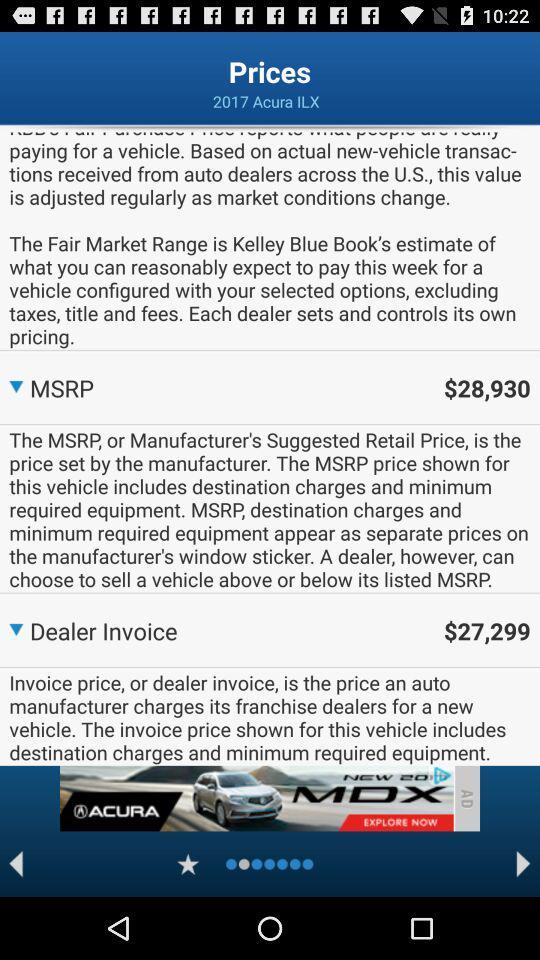 This screenshot has height=960, width=540. What do you see at coordinates (188, 924) in the screenshot?
I see `the star icon` at bounding box center [188, 924].